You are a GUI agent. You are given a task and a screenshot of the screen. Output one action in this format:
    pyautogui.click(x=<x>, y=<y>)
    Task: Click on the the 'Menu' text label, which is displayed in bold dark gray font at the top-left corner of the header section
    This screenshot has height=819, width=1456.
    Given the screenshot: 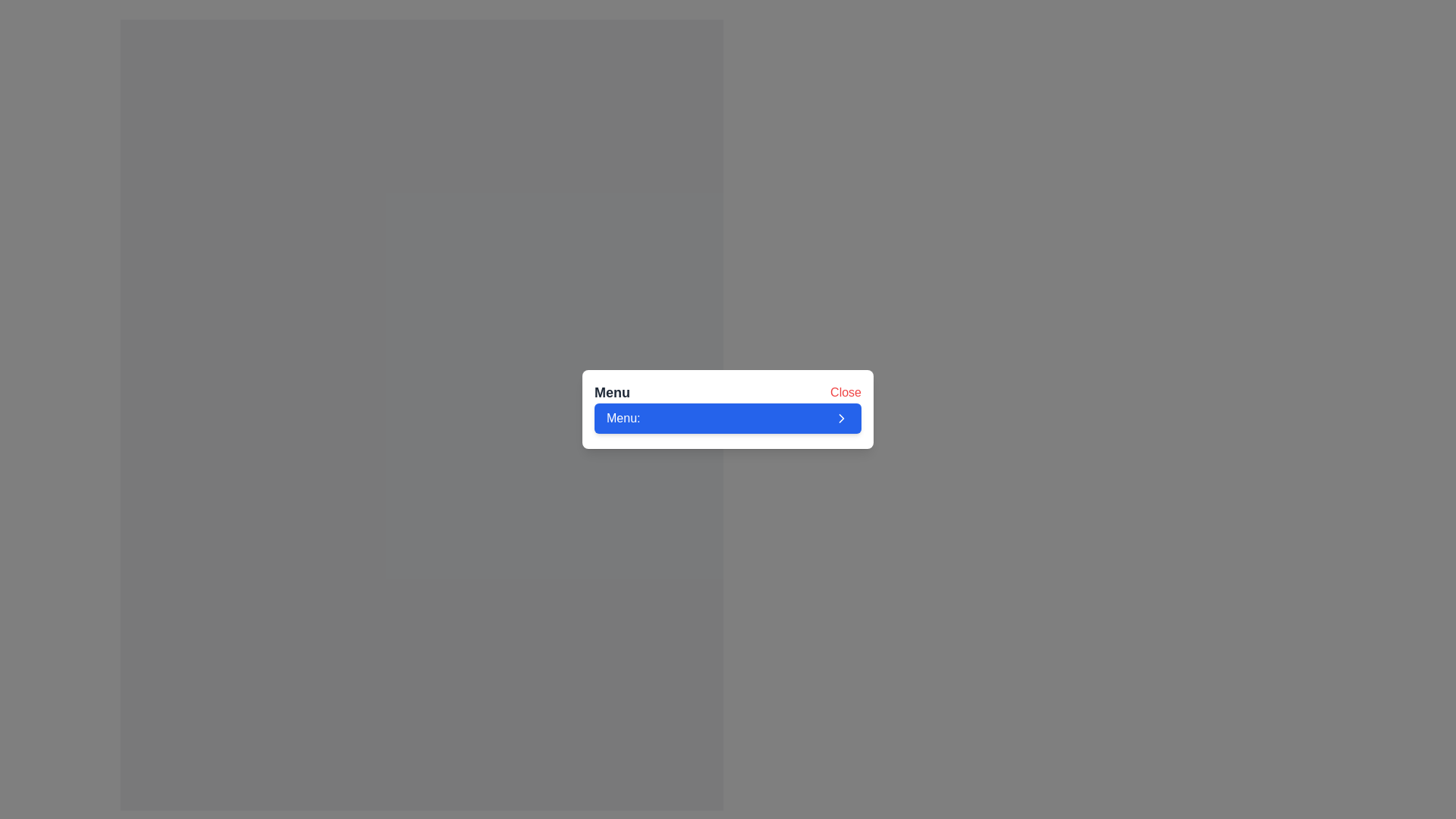 What is the action you would take?
    pyautogui.click(x=612, y=391)
    